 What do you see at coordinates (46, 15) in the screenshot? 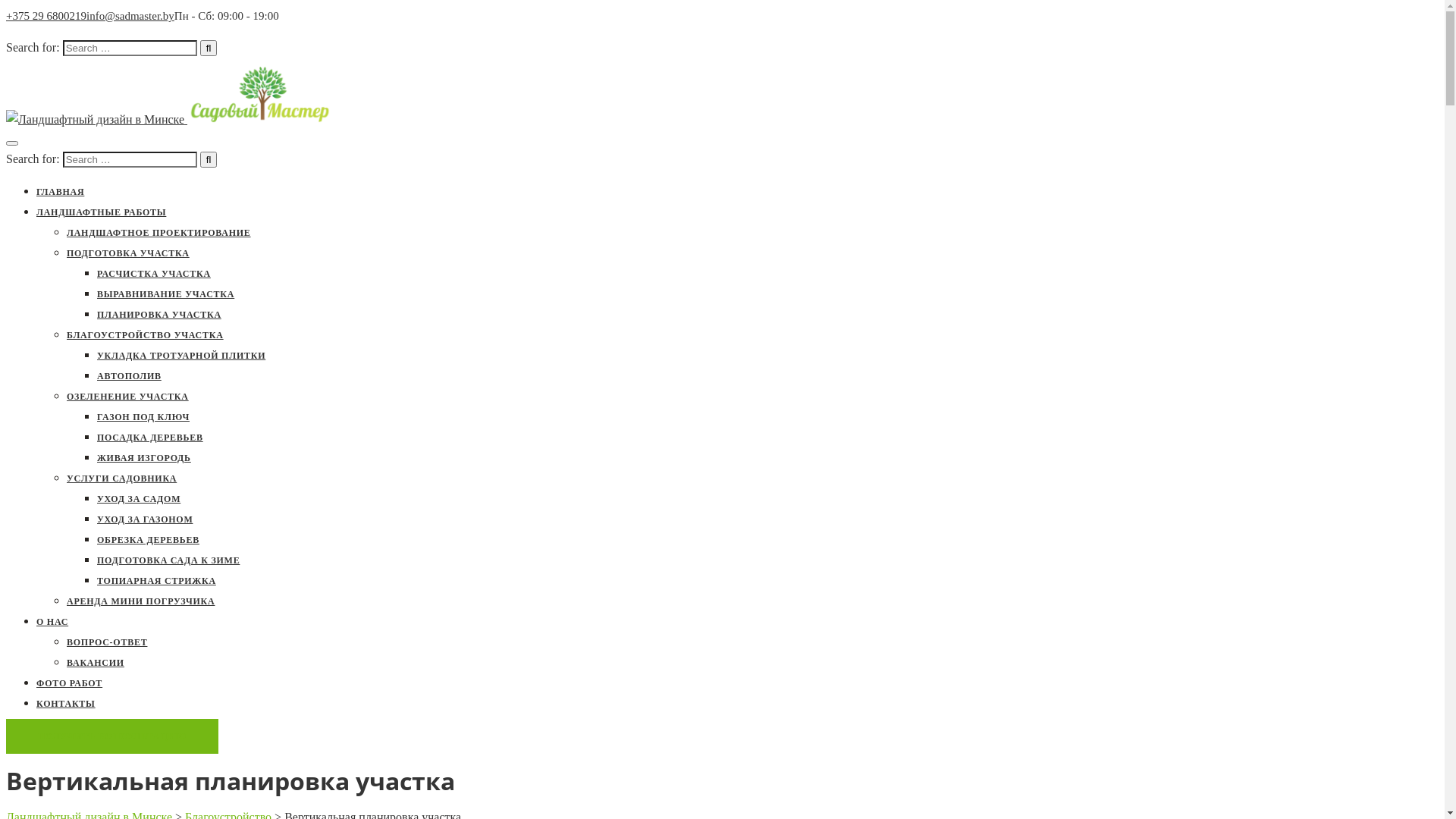
I see `'+375 29 6800219'` at bounding box center [46, 15].